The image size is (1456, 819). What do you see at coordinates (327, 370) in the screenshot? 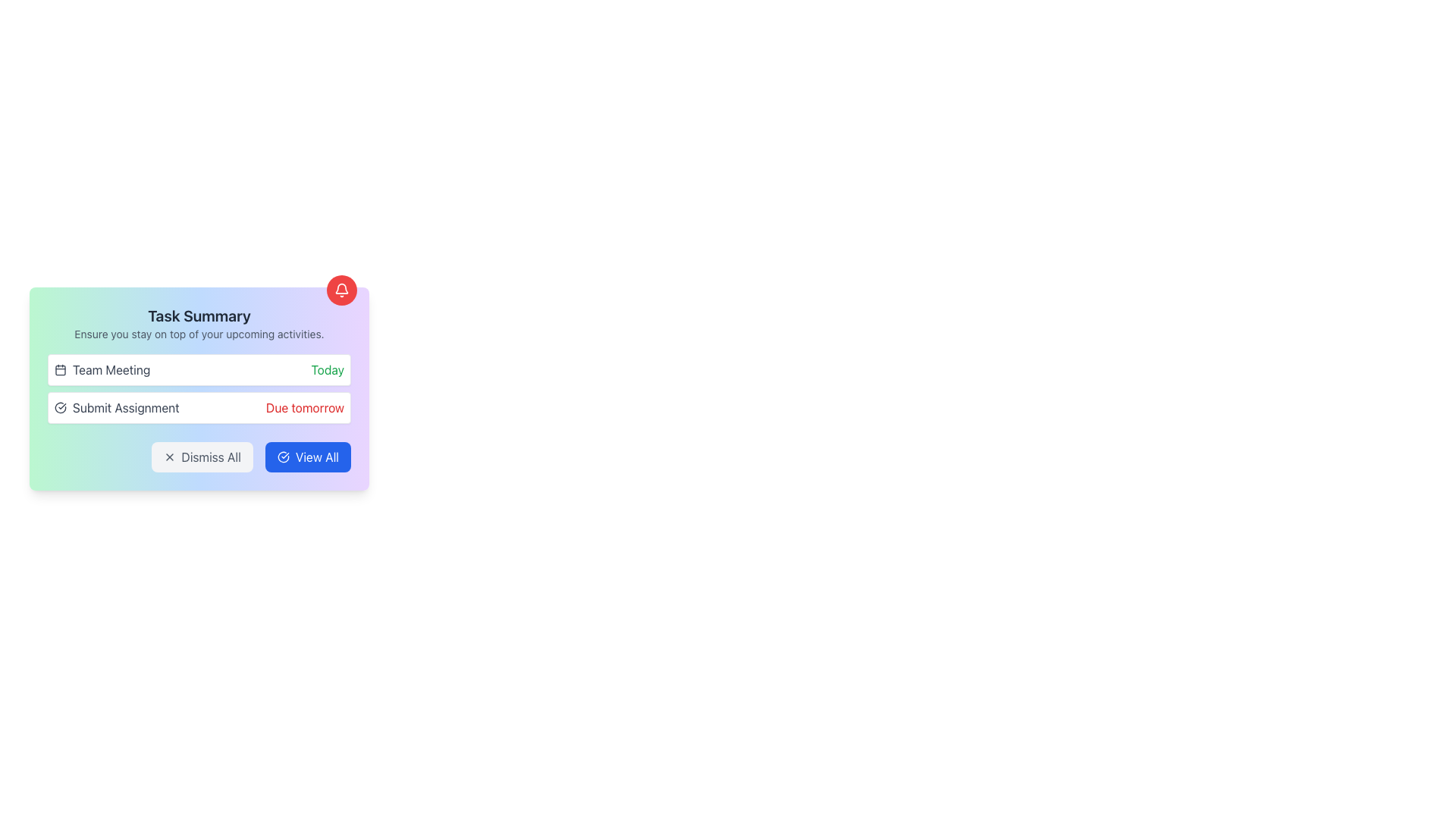
I see `the green textual label reading 'Today', which is positioned on the right side of the 'Team Meeting' string` at bounding box center [327, 370].